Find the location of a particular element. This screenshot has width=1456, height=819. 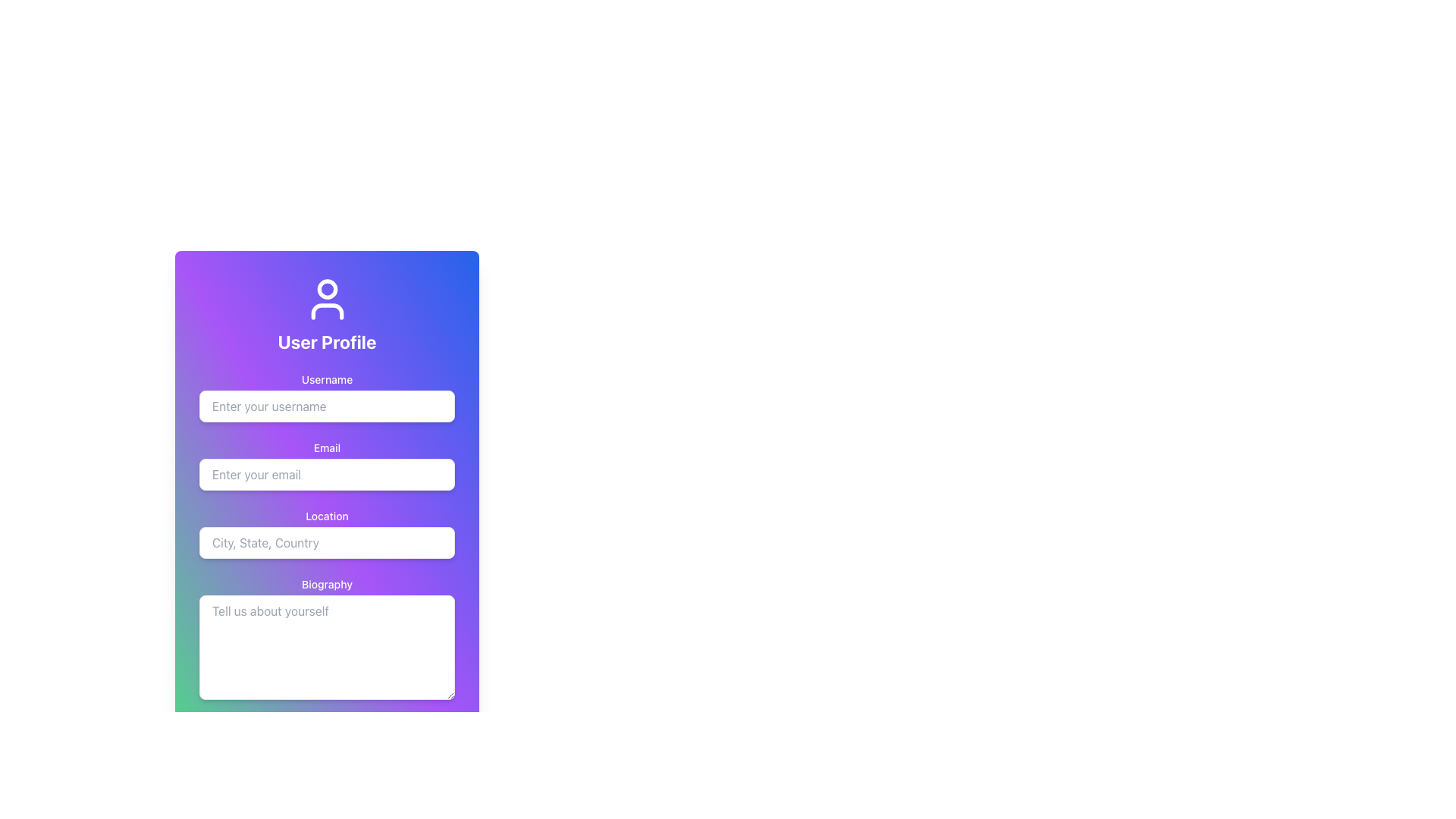

the header section titled 'User Profile' which features a large human figure icon and a gradient background from blue to purple, located at the top of the form card is located at coordinates (326, 314).